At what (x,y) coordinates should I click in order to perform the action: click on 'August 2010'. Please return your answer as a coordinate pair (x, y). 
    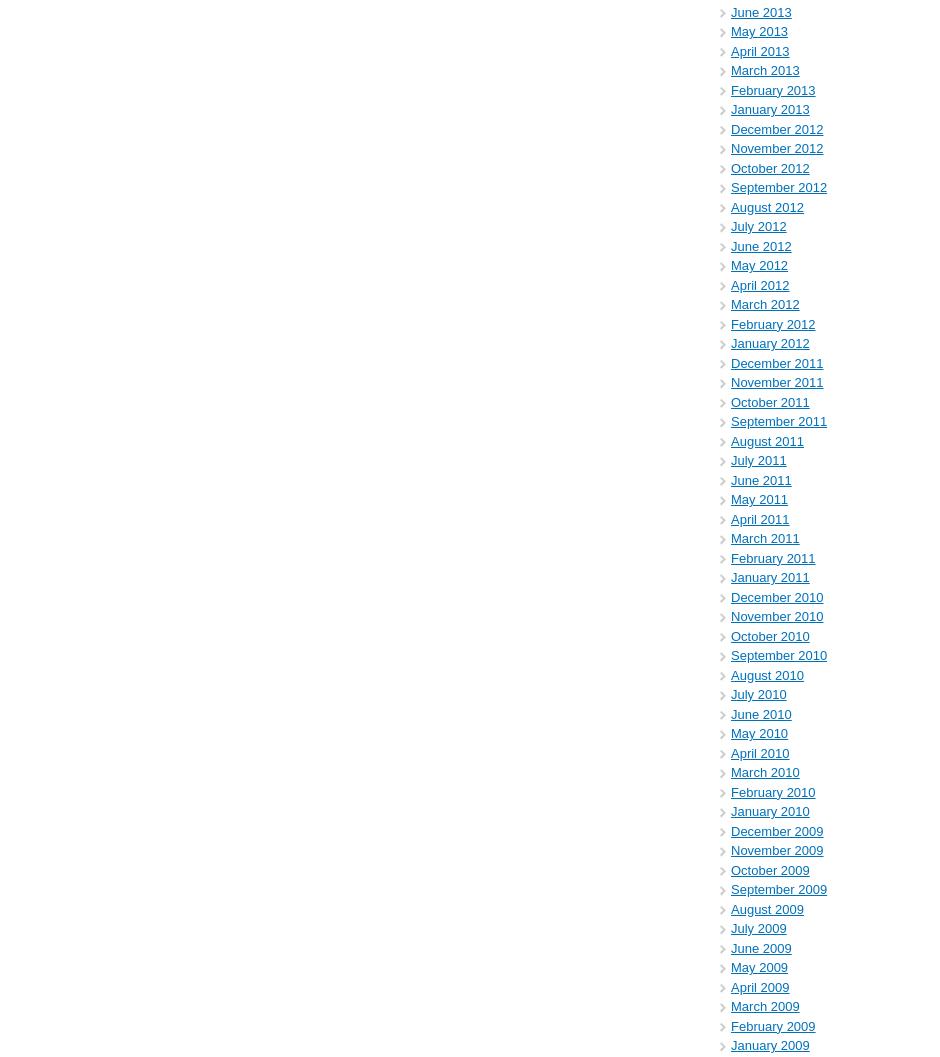
    Looking at the image, I should click on (766, 674).